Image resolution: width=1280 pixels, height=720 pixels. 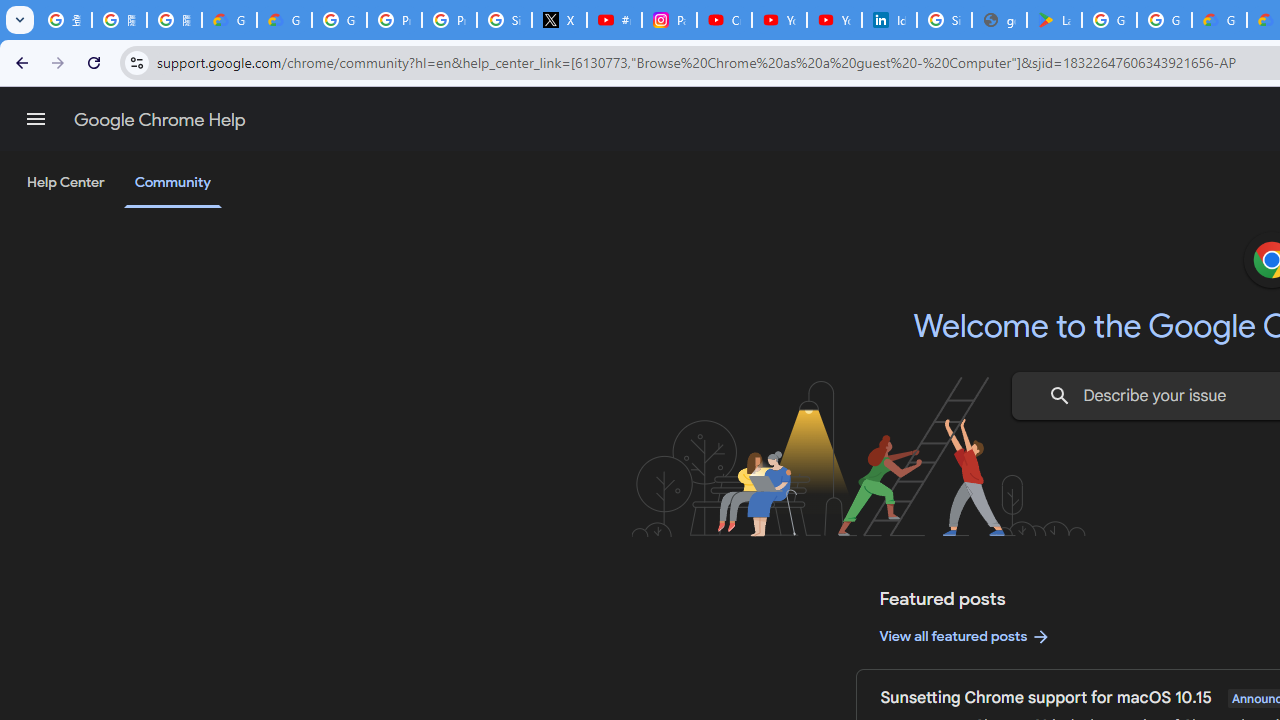 I want to click on 'View site information', so click(x=135, y=61).